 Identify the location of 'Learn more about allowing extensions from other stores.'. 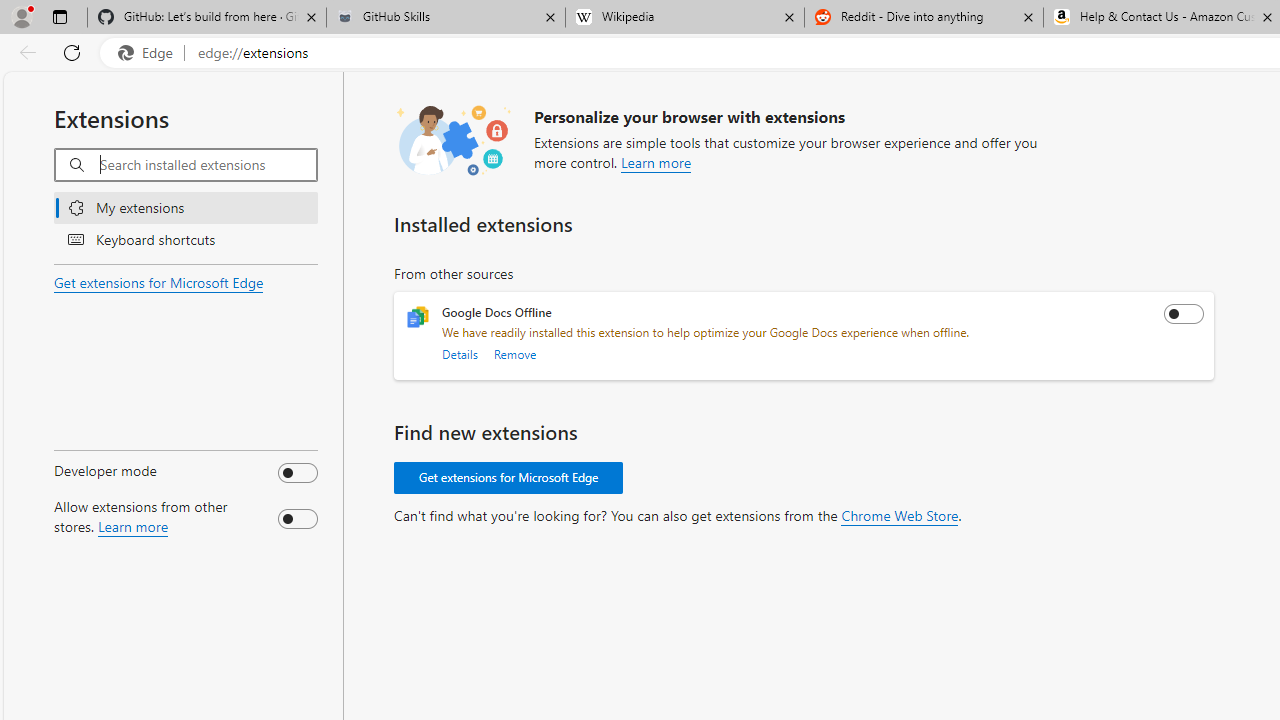
(131, 526).